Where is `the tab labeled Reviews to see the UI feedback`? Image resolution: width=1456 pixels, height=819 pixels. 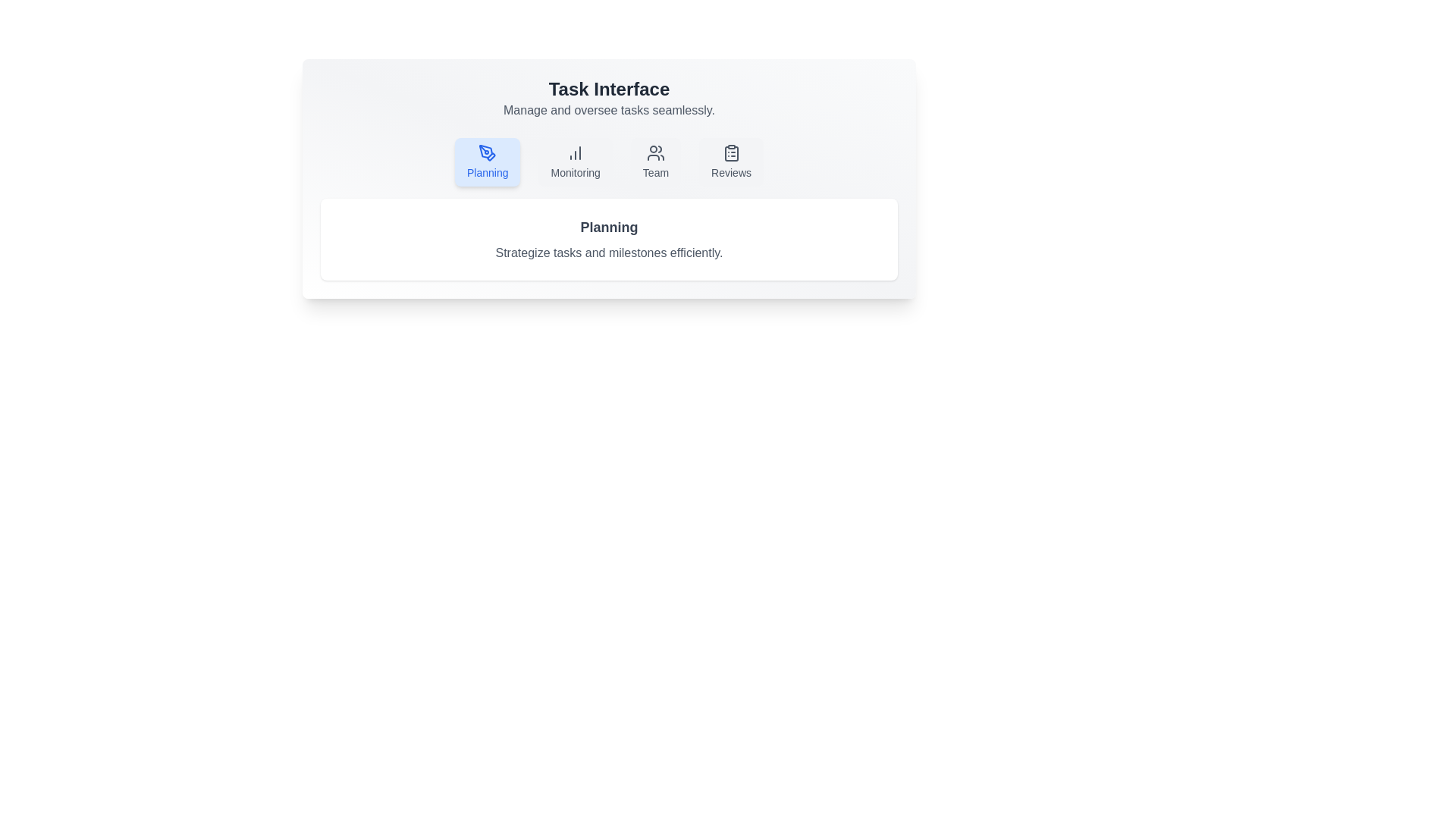 the tab labeled Reviews to see the UI feedback is located at coordinates (731, 162).